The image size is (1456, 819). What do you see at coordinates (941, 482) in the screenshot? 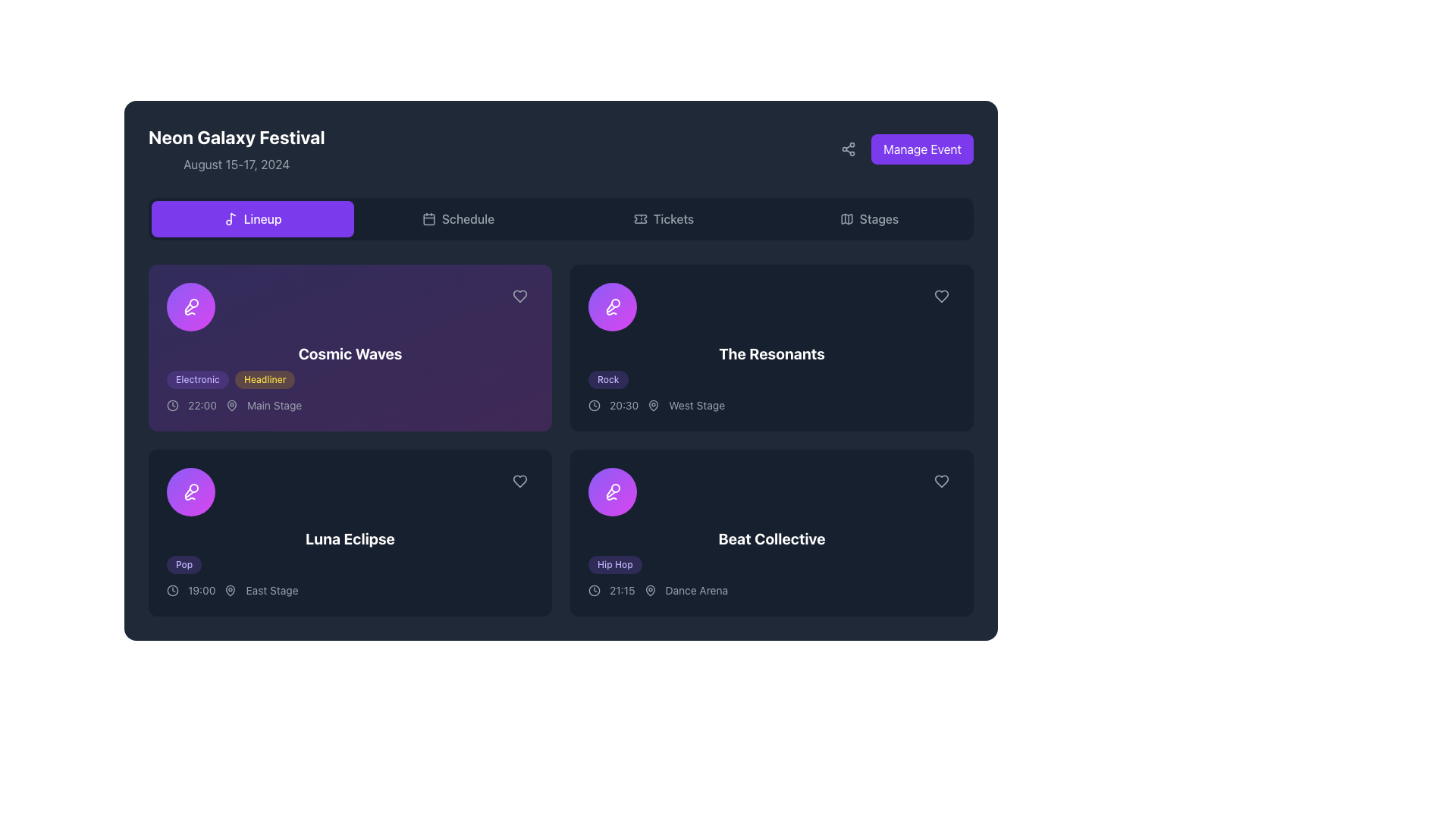
I see `the heart button in the top-right corner of the 'Beat Collective' event card` at bounding box center [941, 482].